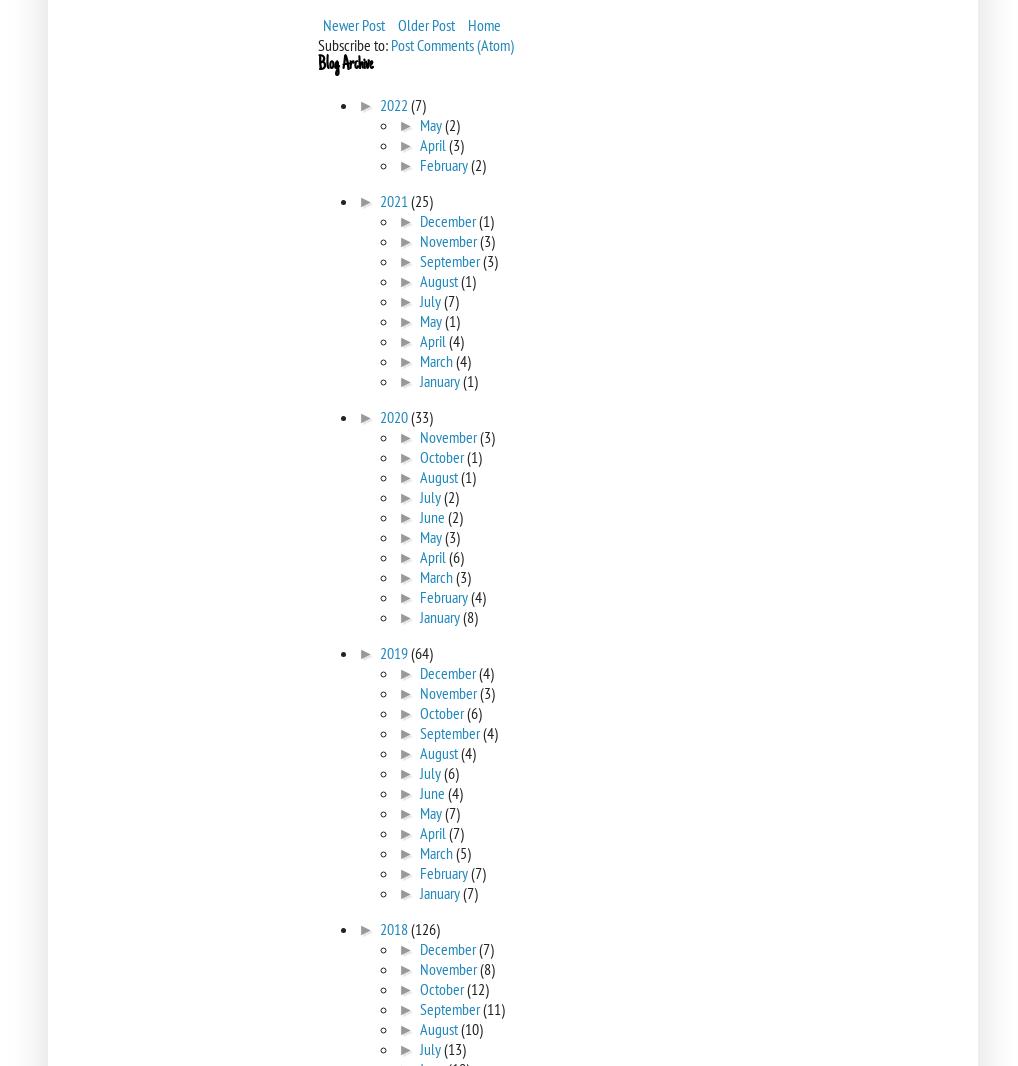 This screenshot has height=1066, width=1018. What do you see at coordinates (352, 24) in the screenshot?
I see `'Newer Post'` at bounding box center [352, 24].